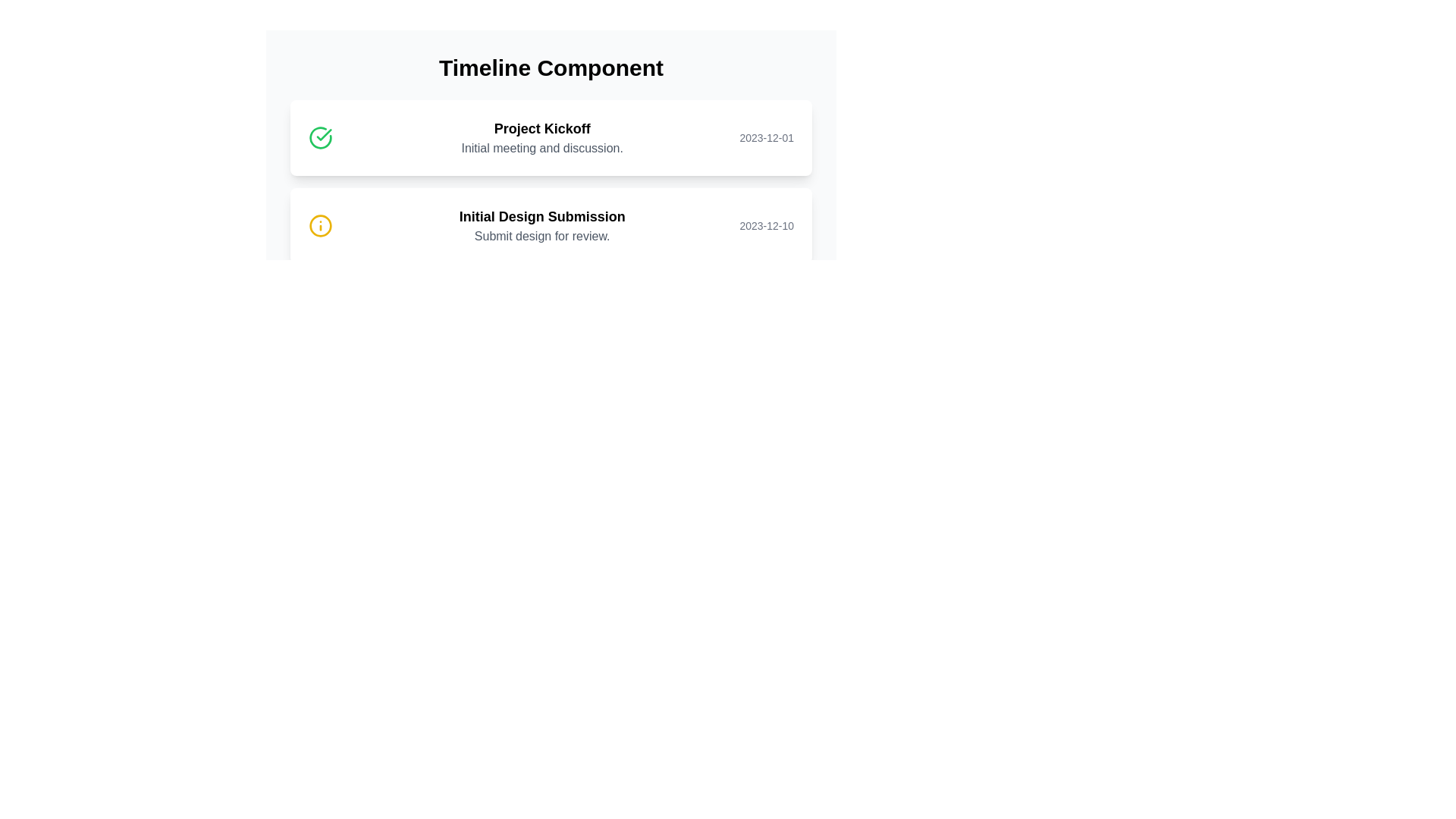 This screenshot has width=1456, height=819. What do you see at coordinates (542, 216) in the screenshot?
I see `heading text that serves as the title for the second timeline entry under the 'Timeline Component' header, which is positioned above the description 'Submit design for review.'` at bounding box center [542, 216].